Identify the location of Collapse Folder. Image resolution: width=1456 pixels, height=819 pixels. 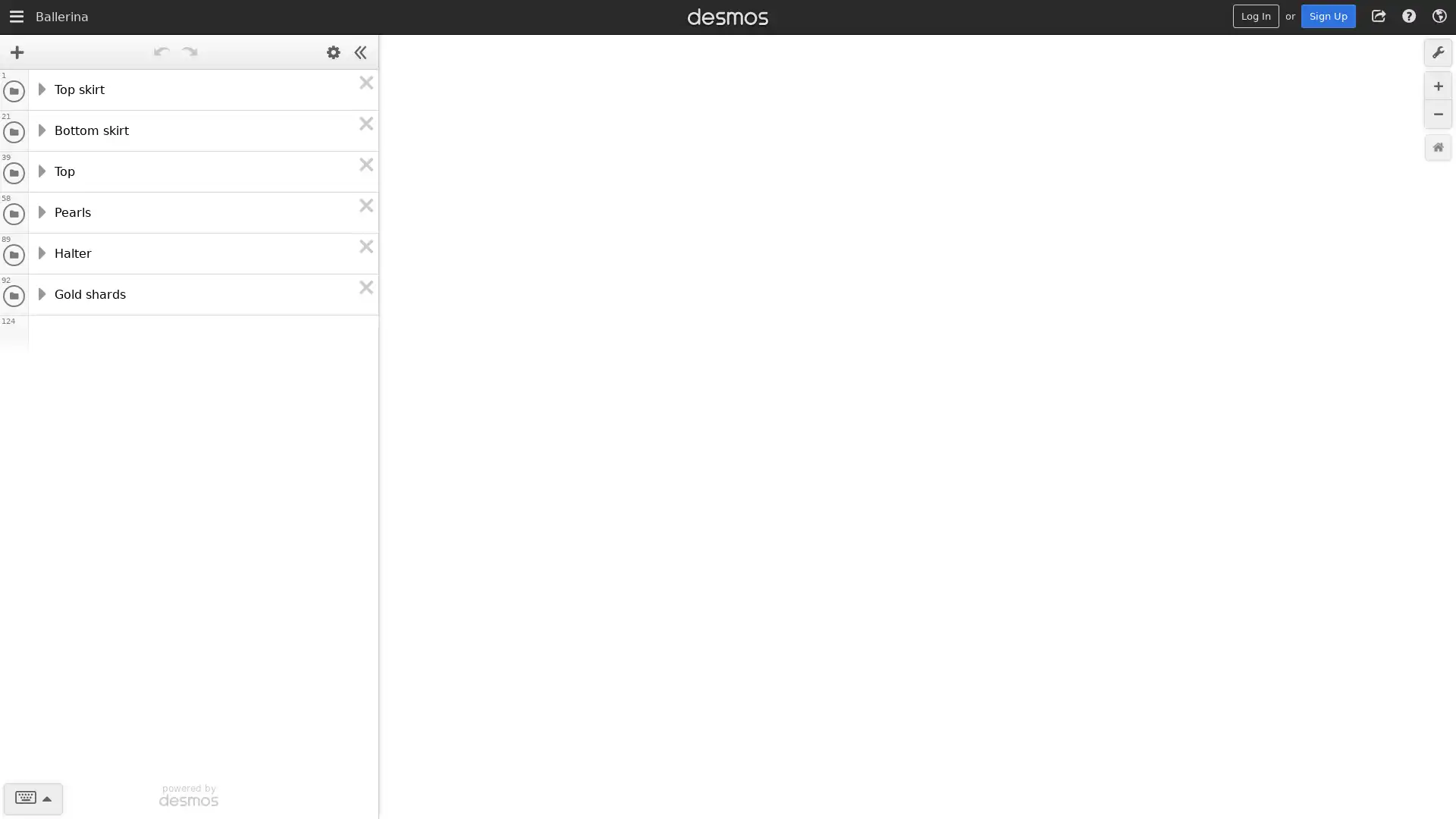
(40, 87).